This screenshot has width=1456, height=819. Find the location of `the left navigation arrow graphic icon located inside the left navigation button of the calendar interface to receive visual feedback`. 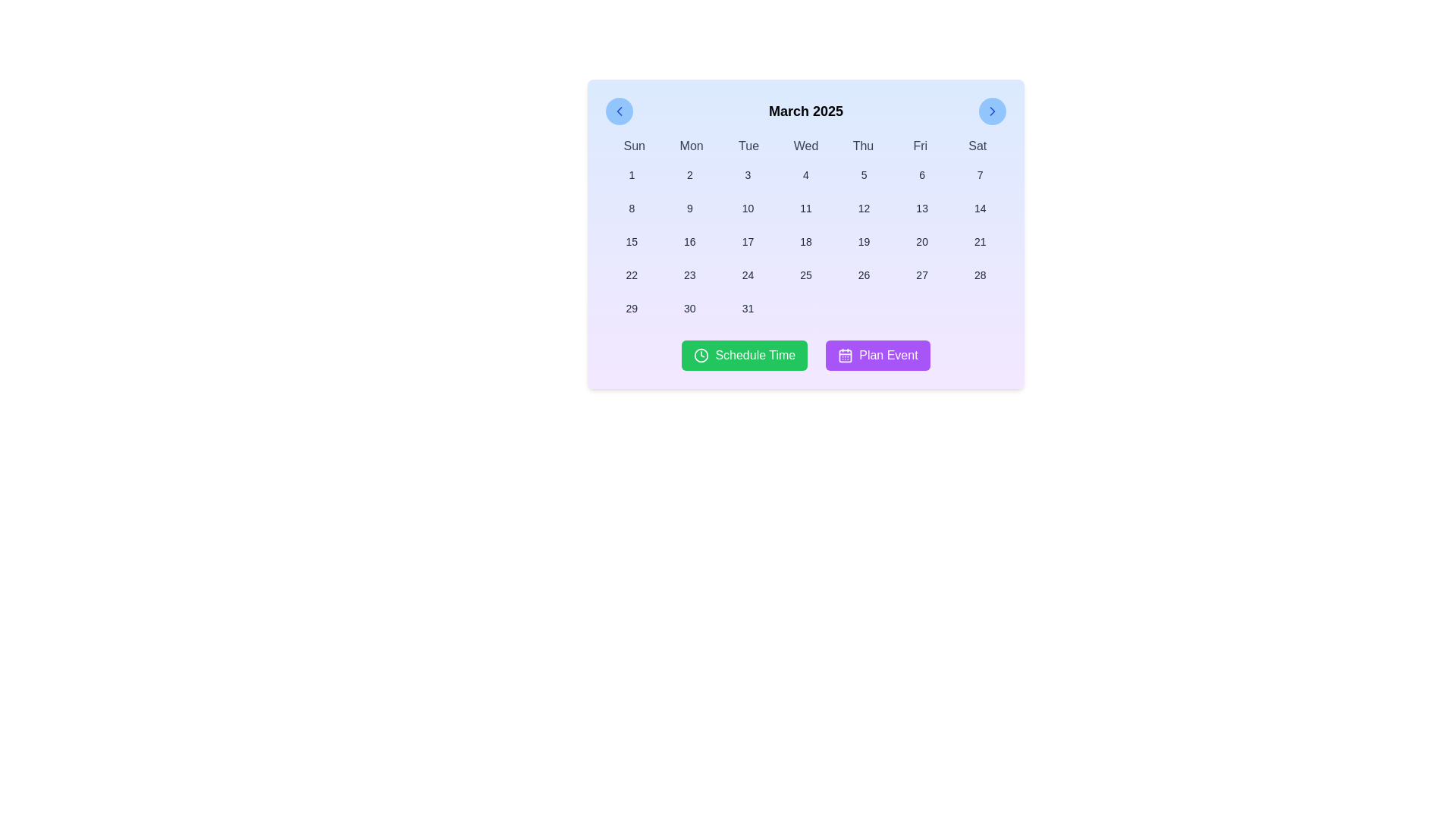

the left navigation arrow graphic icon located inside the left navigation button of the calendar interface to receive visual feedback is located at coordinates (619, 110).